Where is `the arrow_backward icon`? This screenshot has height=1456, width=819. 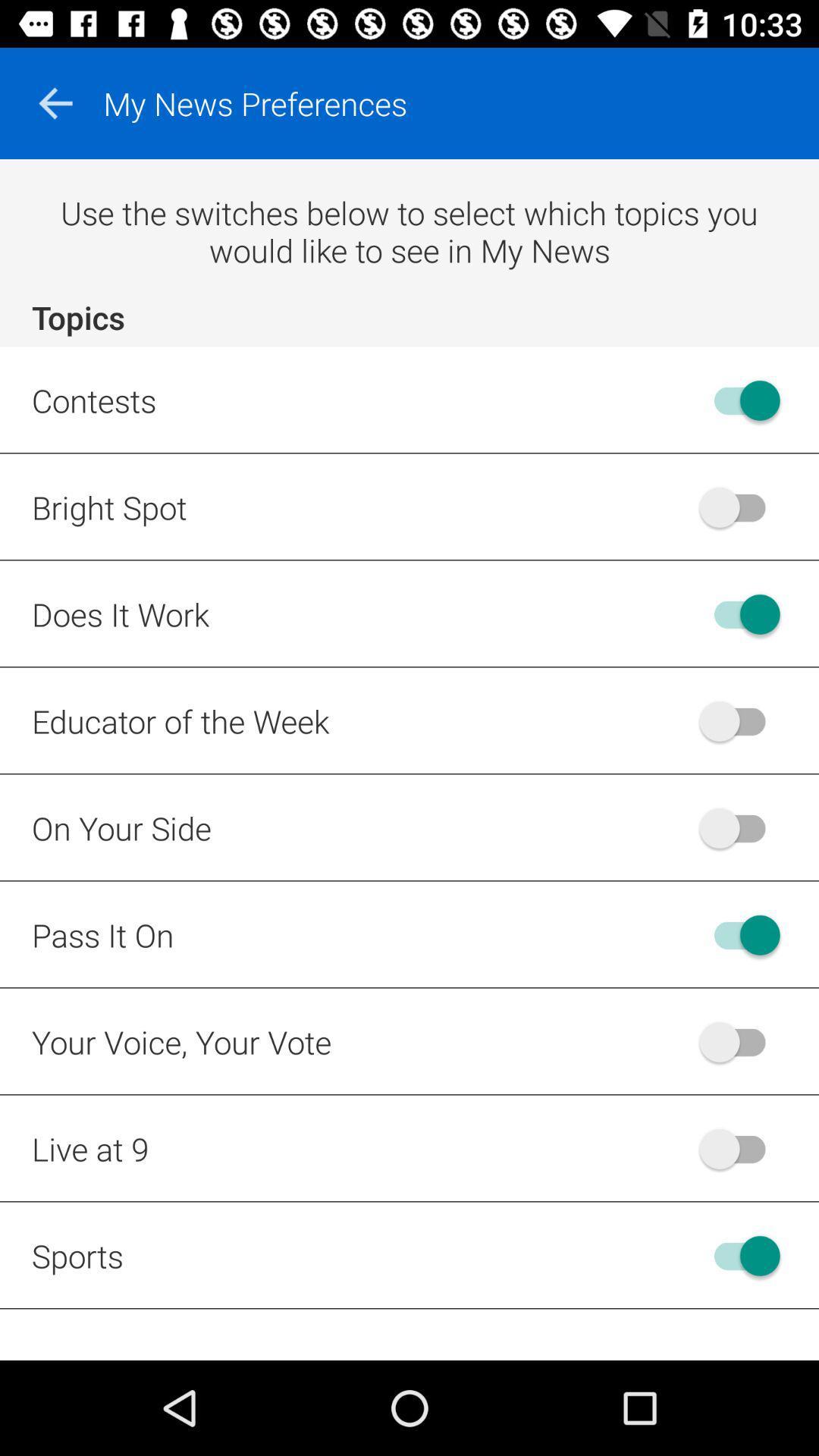 the arrow_backward icon is located at coordinates (55, 102).